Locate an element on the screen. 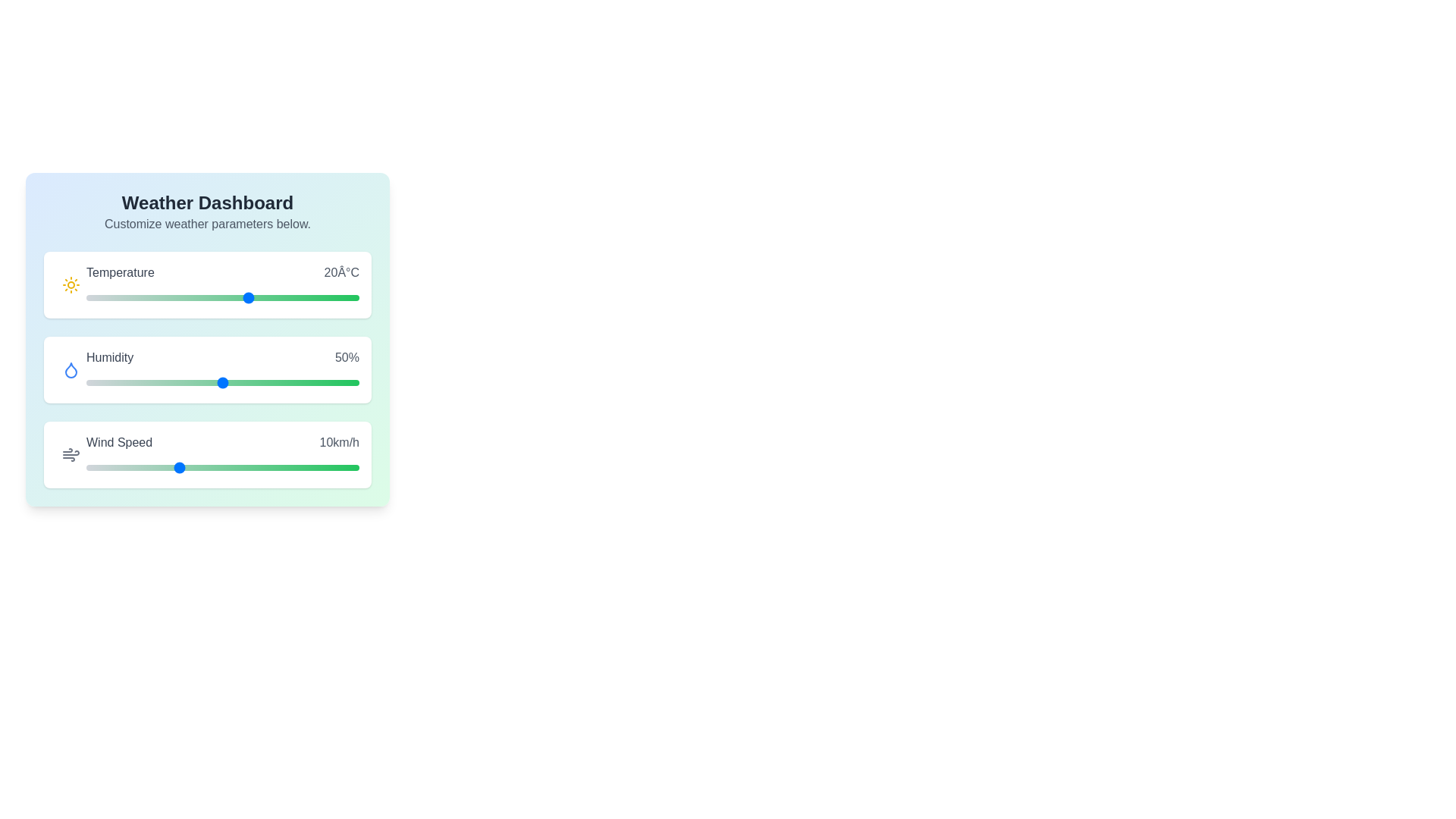 This screenshot has width=1456, height=819. the temperature slider to 29°C is located at coordinates (299, 298).